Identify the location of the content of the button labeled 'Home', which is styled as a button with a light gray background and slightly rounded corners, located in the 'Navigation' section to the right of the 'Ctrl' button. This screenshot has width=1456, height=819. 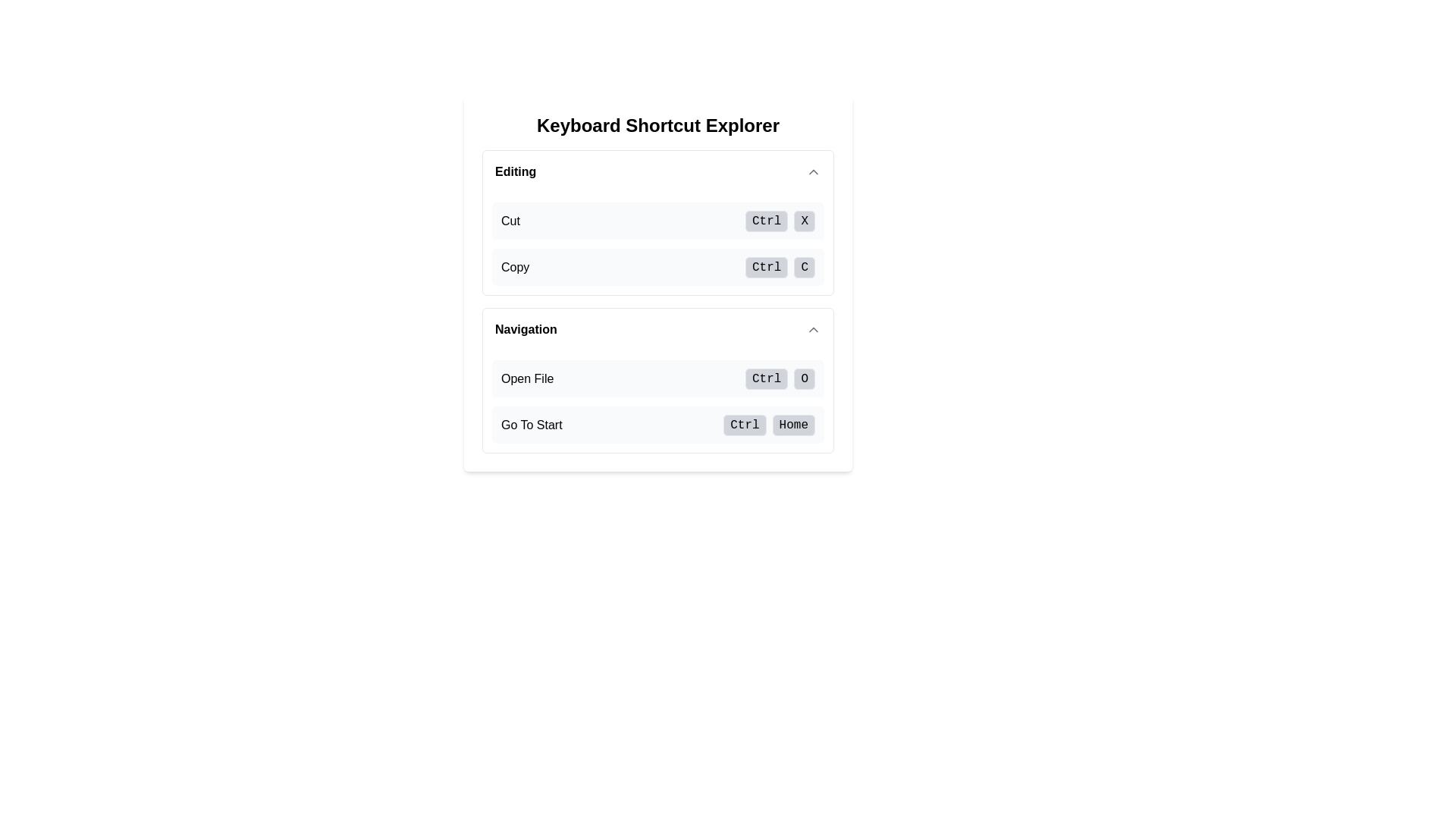
(792, 425).